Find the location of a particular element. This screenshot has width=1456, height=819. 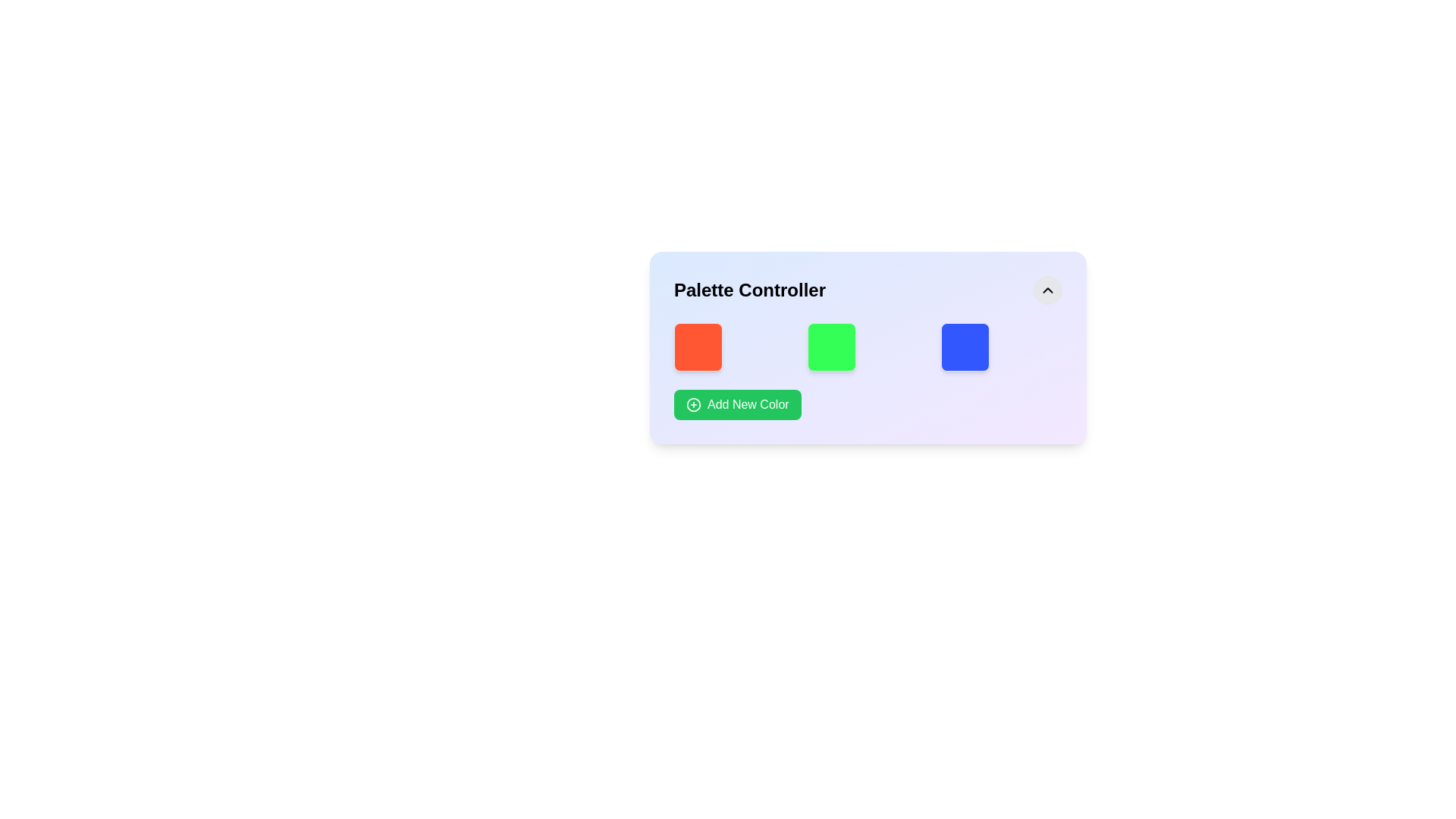

one of the colored blocks from the grid component located within the 'Palette Controller' is located at coordinates (868, 347).